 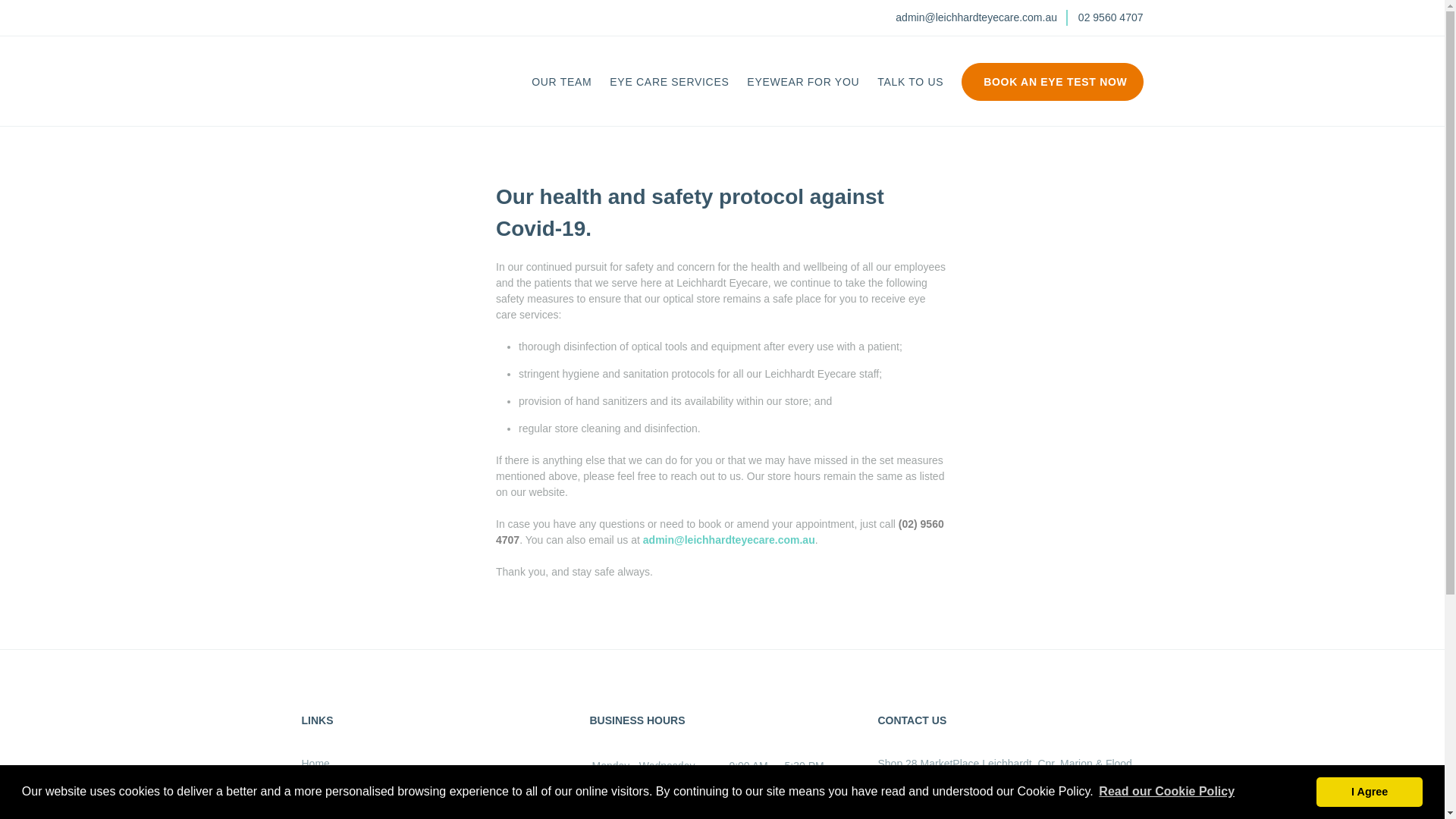 What do you see at coordinates (531, 82) in the screenshot?
I see `'OUR TEAM'` at bounding box center [531, 82].